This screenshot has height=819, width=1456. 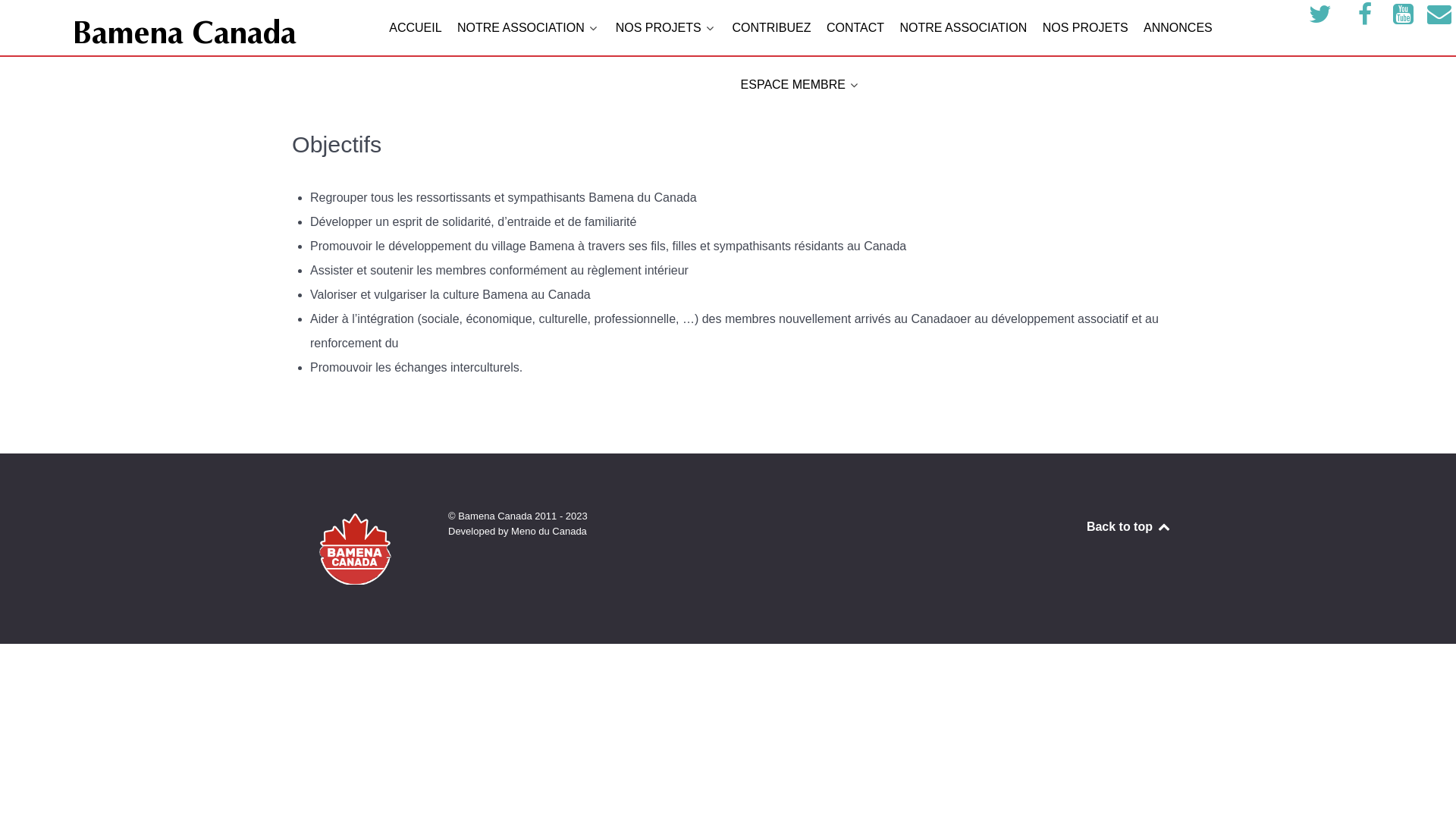 I want to click on 'Bamena Canada', so click(x=353, y=548).